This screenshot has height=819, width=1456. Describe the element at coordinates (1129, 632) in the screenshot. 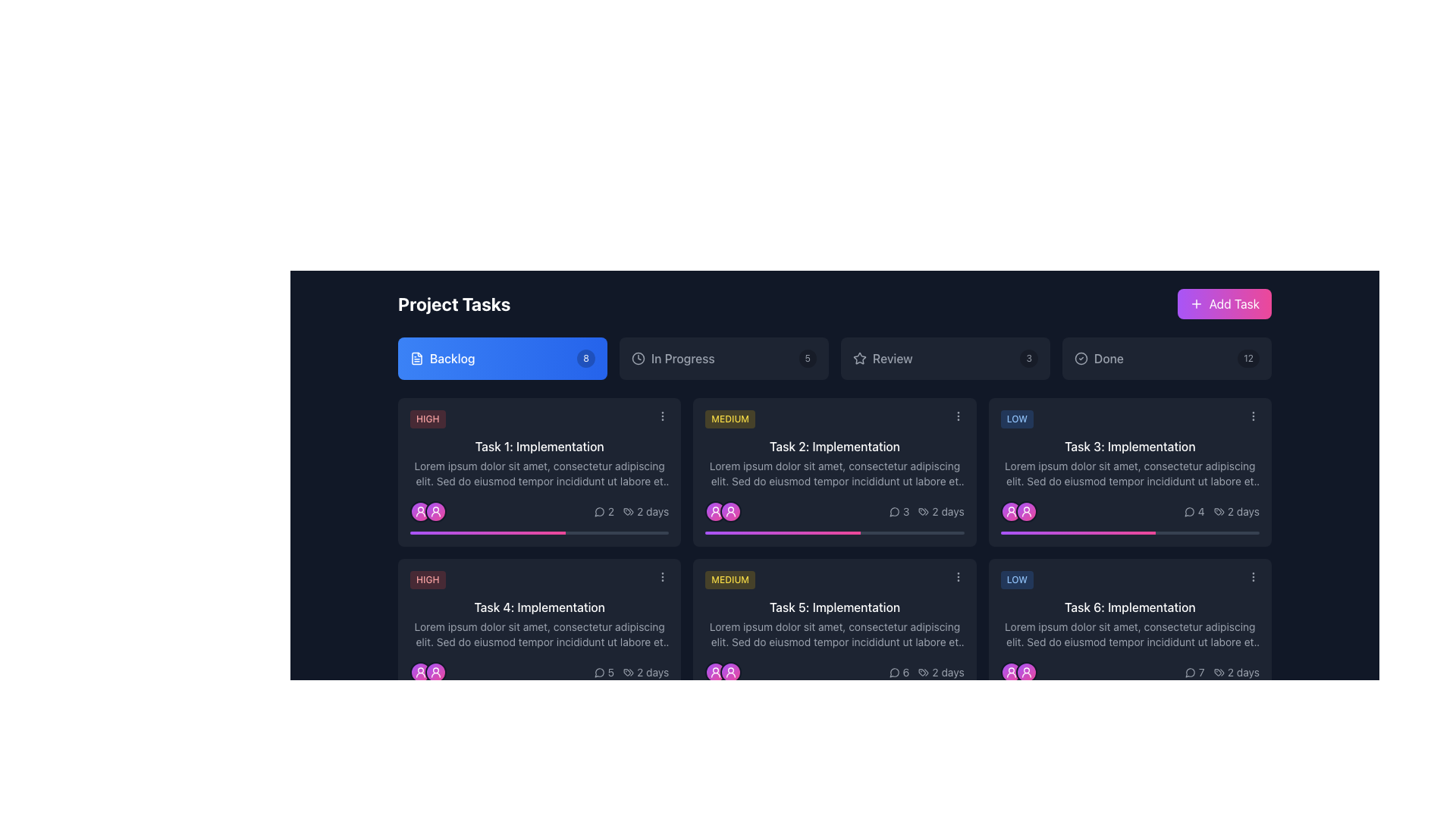

I see `to select the card representing 'Task 6: Implementation' with a dark background, located at the bottom-right of the grid layout` at that location.